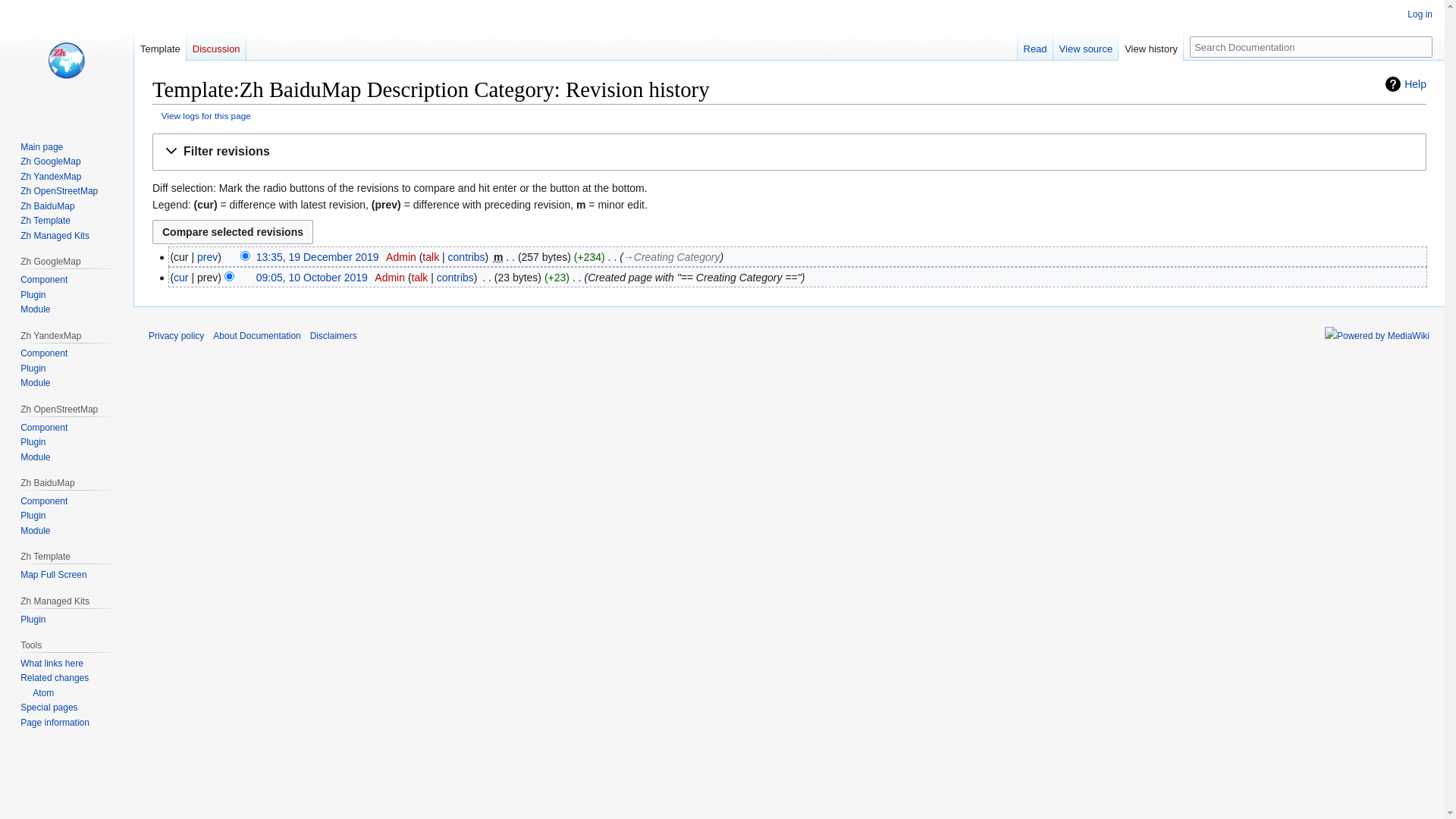 This screenshot has width=1456, height=819. What do you see at coordinates (454, 278) in the screenshot?
I see `'contribs'` at bounding box center [454, 278].